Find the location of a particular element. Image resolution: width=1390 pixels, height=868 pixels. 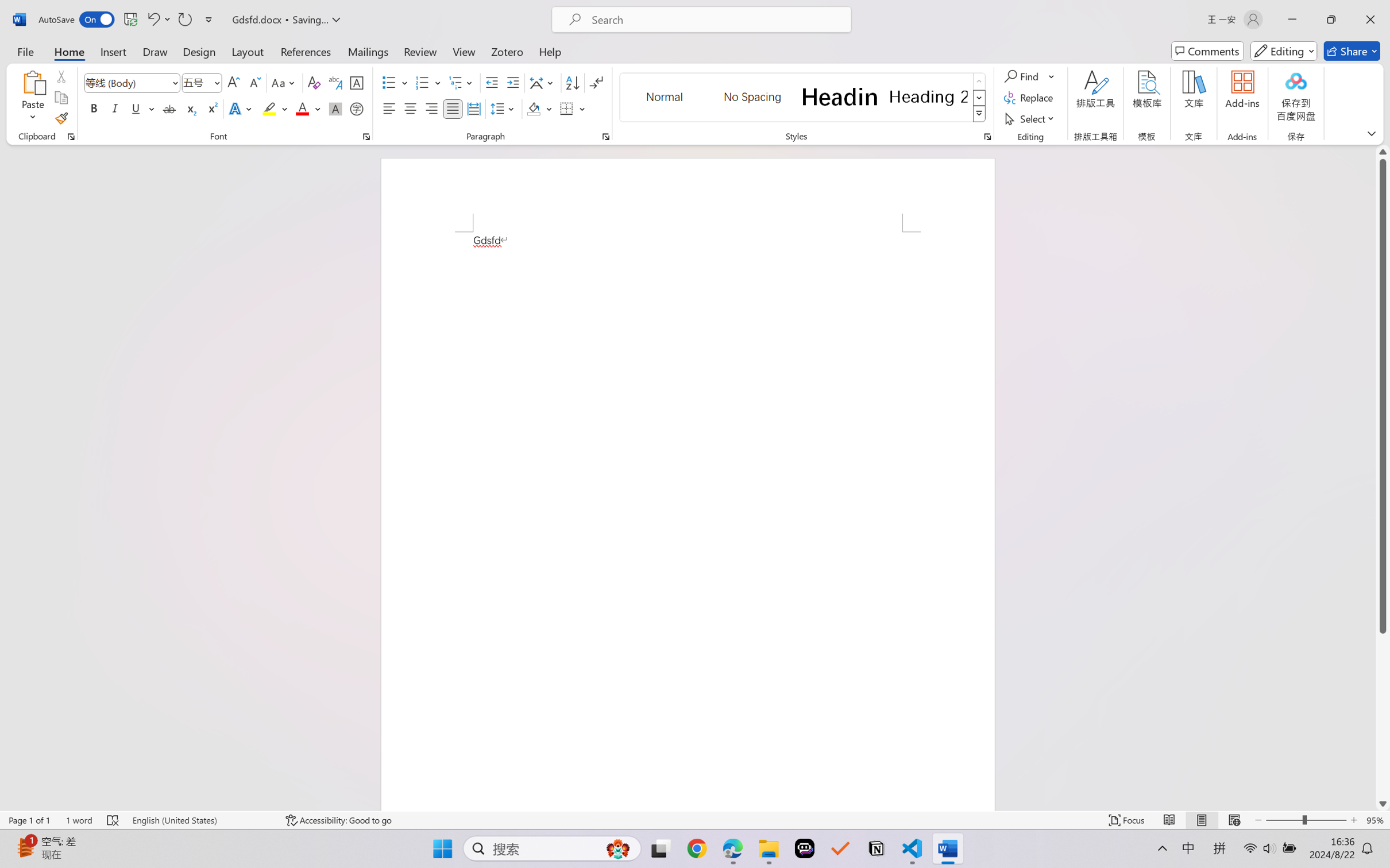

'Line up' is located at coordinates (1383, 152).